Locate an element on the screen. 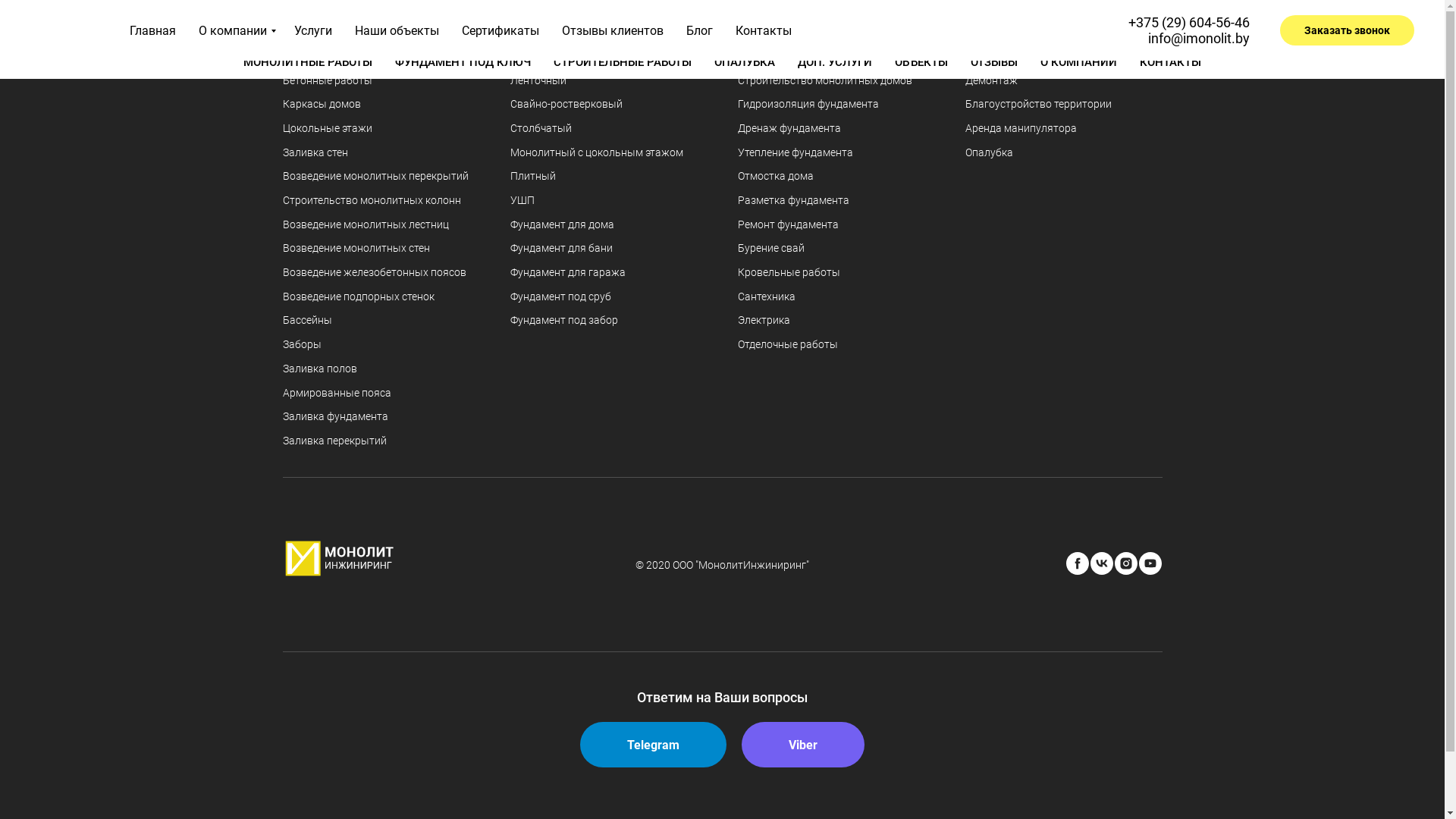 This screenshot has height=819, width=1456. 'Viber' is located at coordinates (802, 744).